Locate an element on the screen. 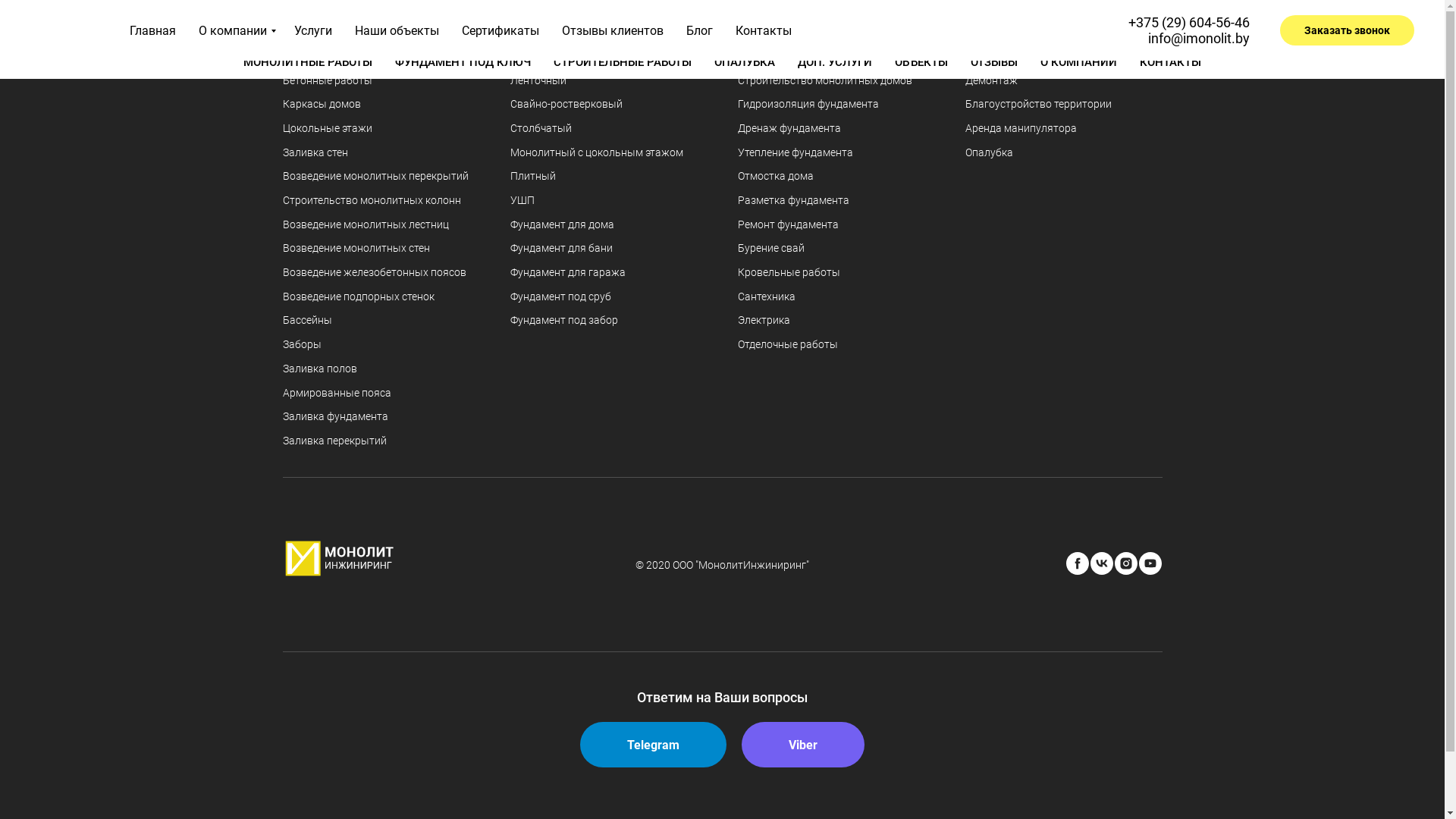 This screenshot has height=819, width=1456. 'Viber' is located at coordinates (802, 744).